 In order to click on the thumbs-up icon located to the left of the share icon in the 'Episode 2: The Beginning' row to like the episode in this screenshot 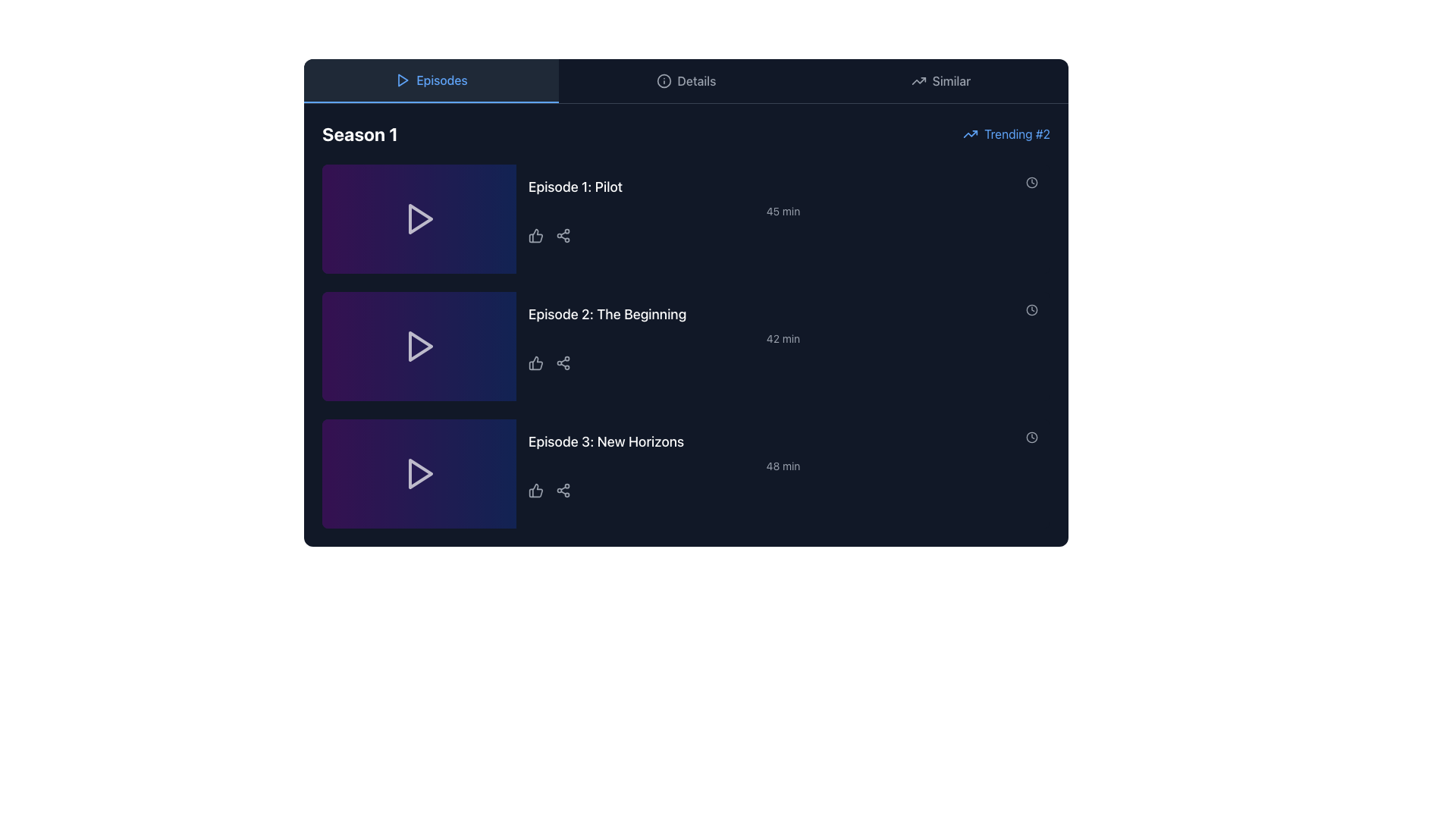, I will do `click(535, 362)`.